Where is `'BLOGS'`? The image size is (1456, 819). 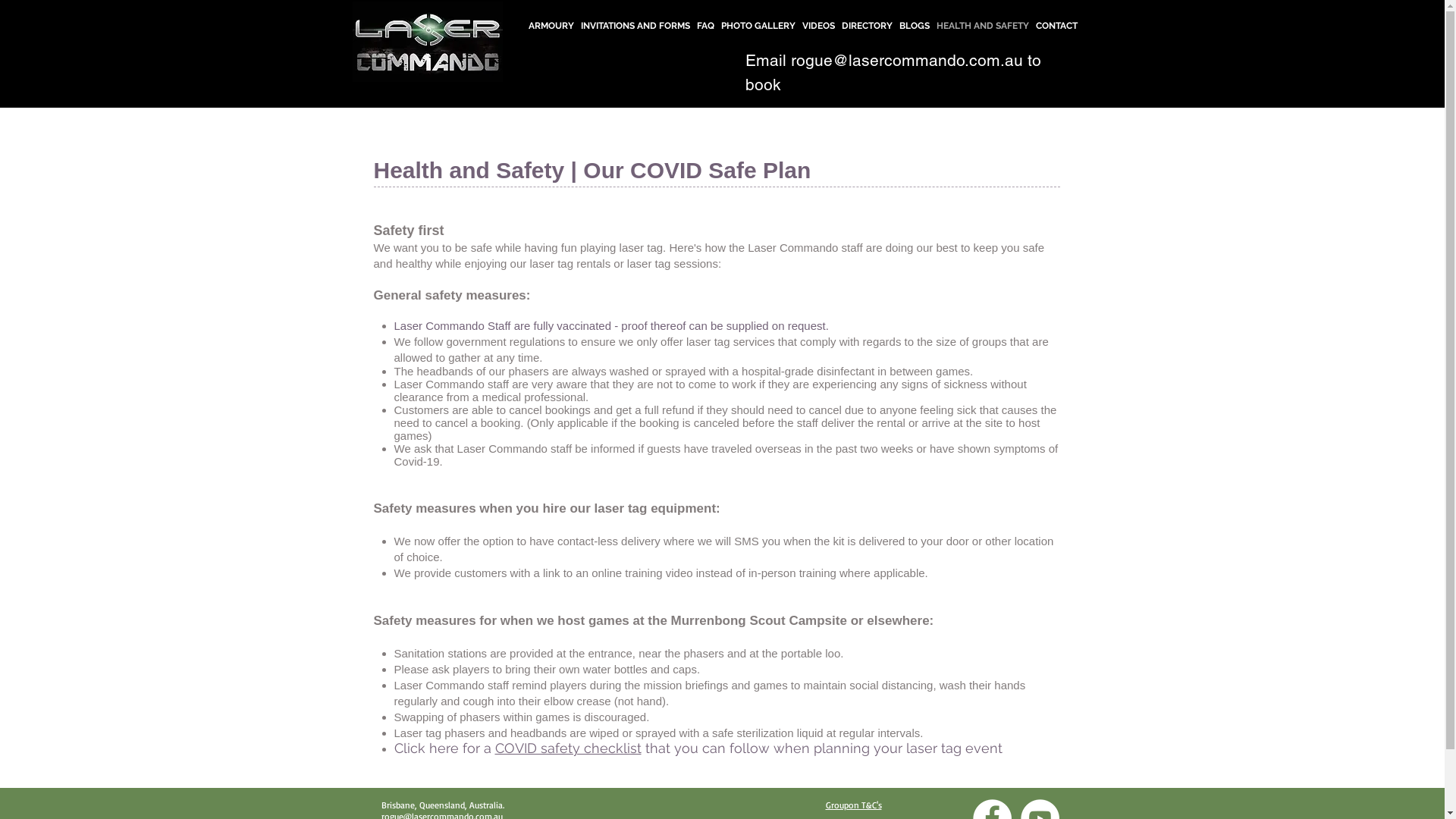 'BLOGS' is located at coordinates (914, 26).